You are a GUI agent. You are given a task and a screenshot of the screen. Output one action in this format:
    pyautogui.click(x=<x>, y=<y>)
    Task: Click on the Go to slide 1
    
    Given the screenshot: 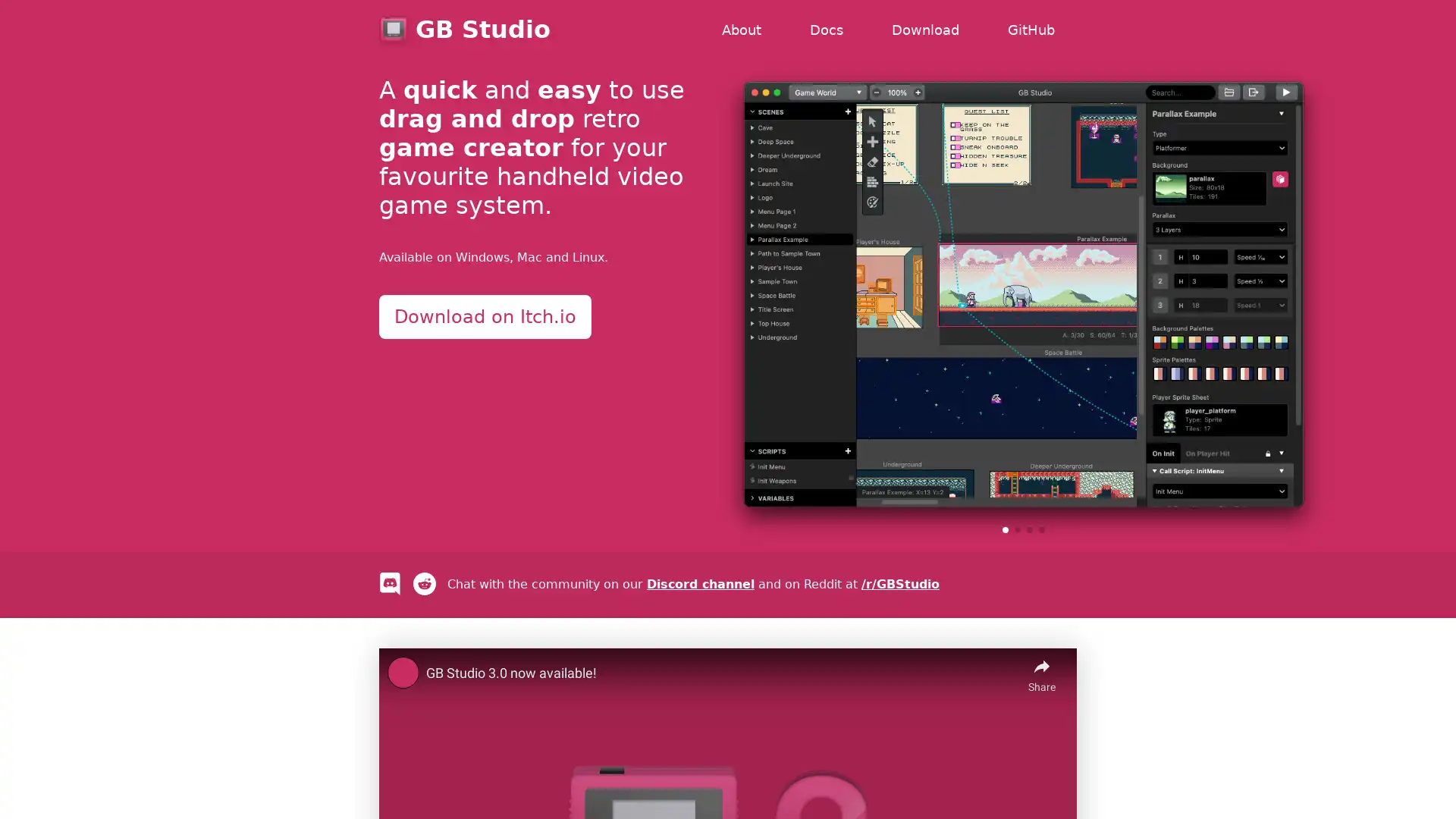 What is the action you would take?
    pyautogui.click(x=1005, y=529)
    